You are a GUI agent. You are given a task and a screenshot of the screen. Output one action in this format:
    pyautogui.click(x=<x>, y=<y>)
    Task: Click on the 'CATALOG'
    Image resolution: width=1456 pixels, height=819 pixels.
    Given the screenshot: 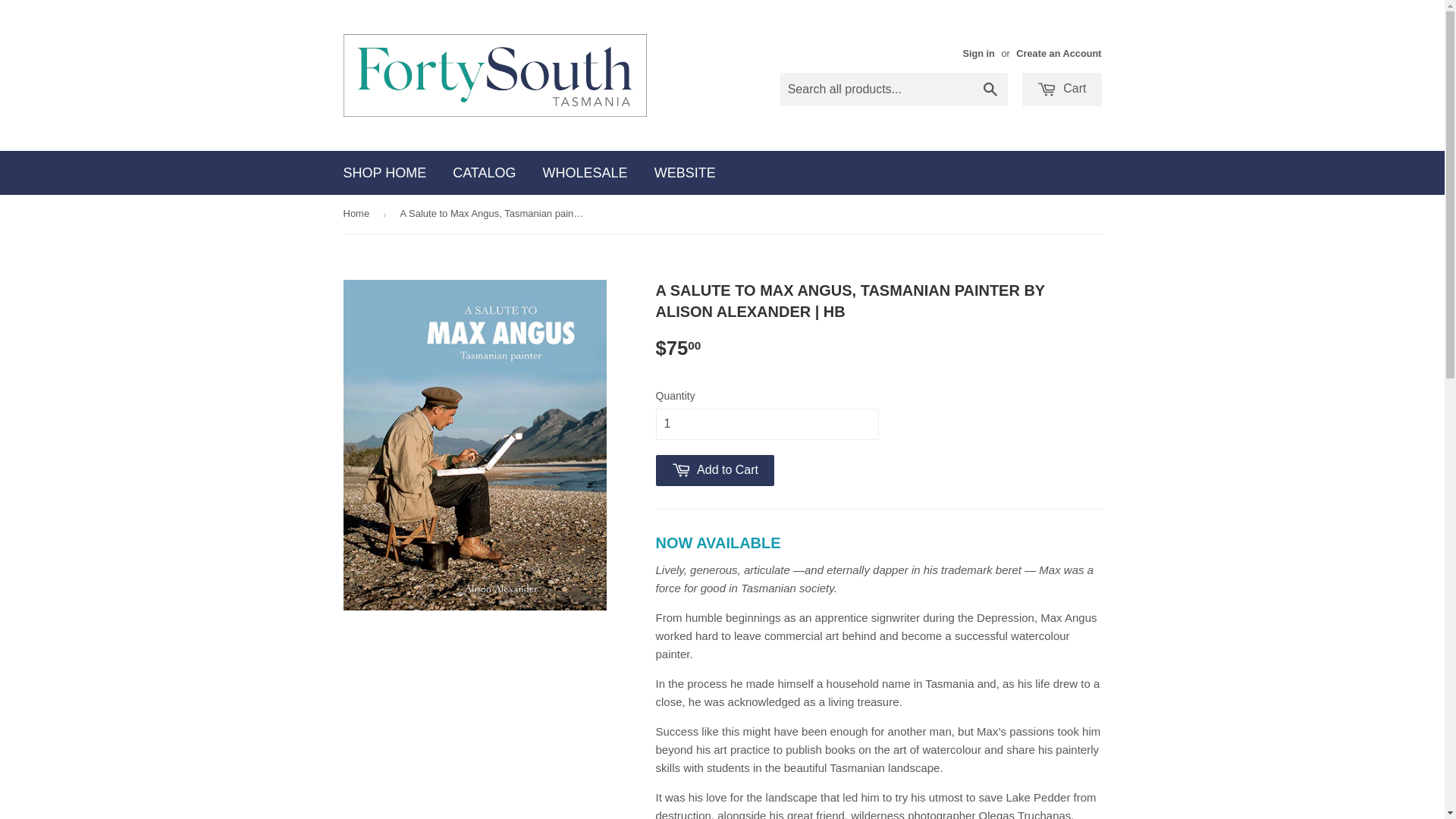 What is the action you would take?
    pyautogui.click(x=483, y=171)
    